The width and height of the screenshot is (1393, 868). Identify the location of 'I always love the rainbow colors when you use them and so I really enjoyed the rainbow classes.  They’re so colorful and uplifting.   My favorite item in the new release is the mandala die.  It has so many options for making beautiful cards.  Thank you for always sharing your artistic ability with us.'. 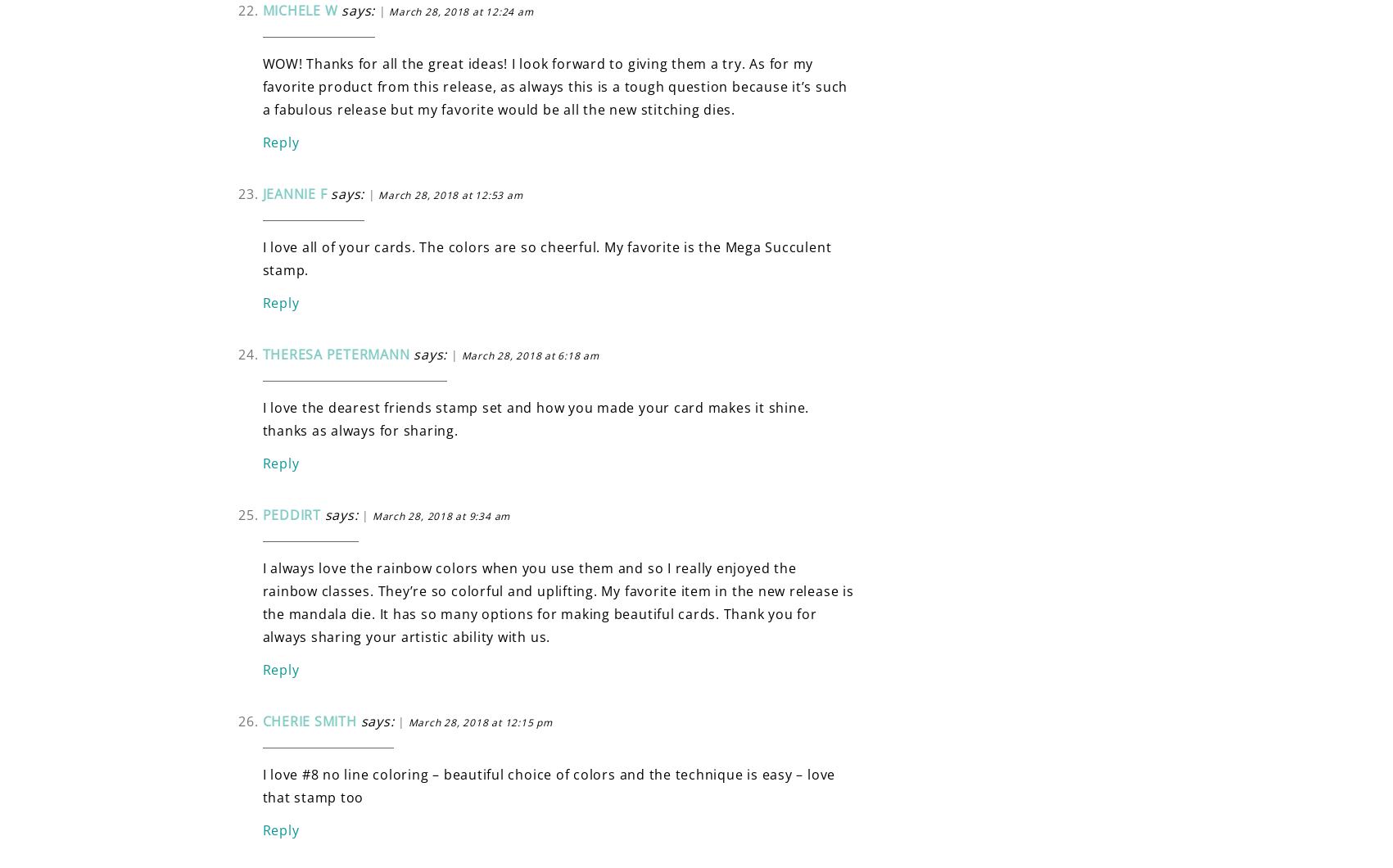
(557, 601).